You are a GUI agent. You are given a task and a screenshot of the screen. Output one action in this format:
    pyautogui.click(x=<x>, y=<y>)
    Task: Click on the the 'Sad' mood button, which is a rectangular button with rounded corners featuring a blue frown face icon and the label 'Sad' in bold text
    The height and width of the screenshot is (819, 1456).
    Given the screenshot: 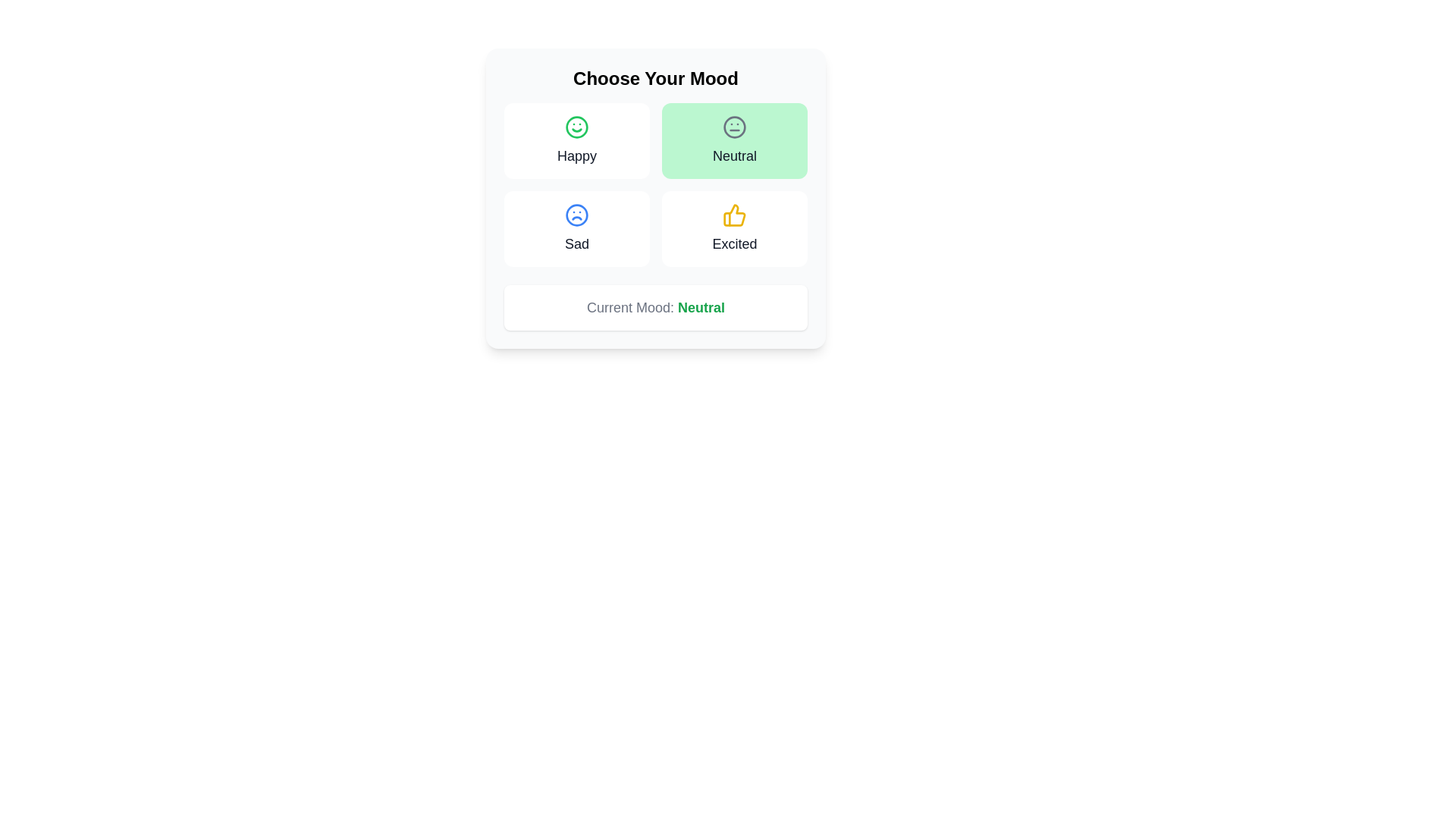 What is the action you would take?
    pyautogui.click(x=576, y=228)
    